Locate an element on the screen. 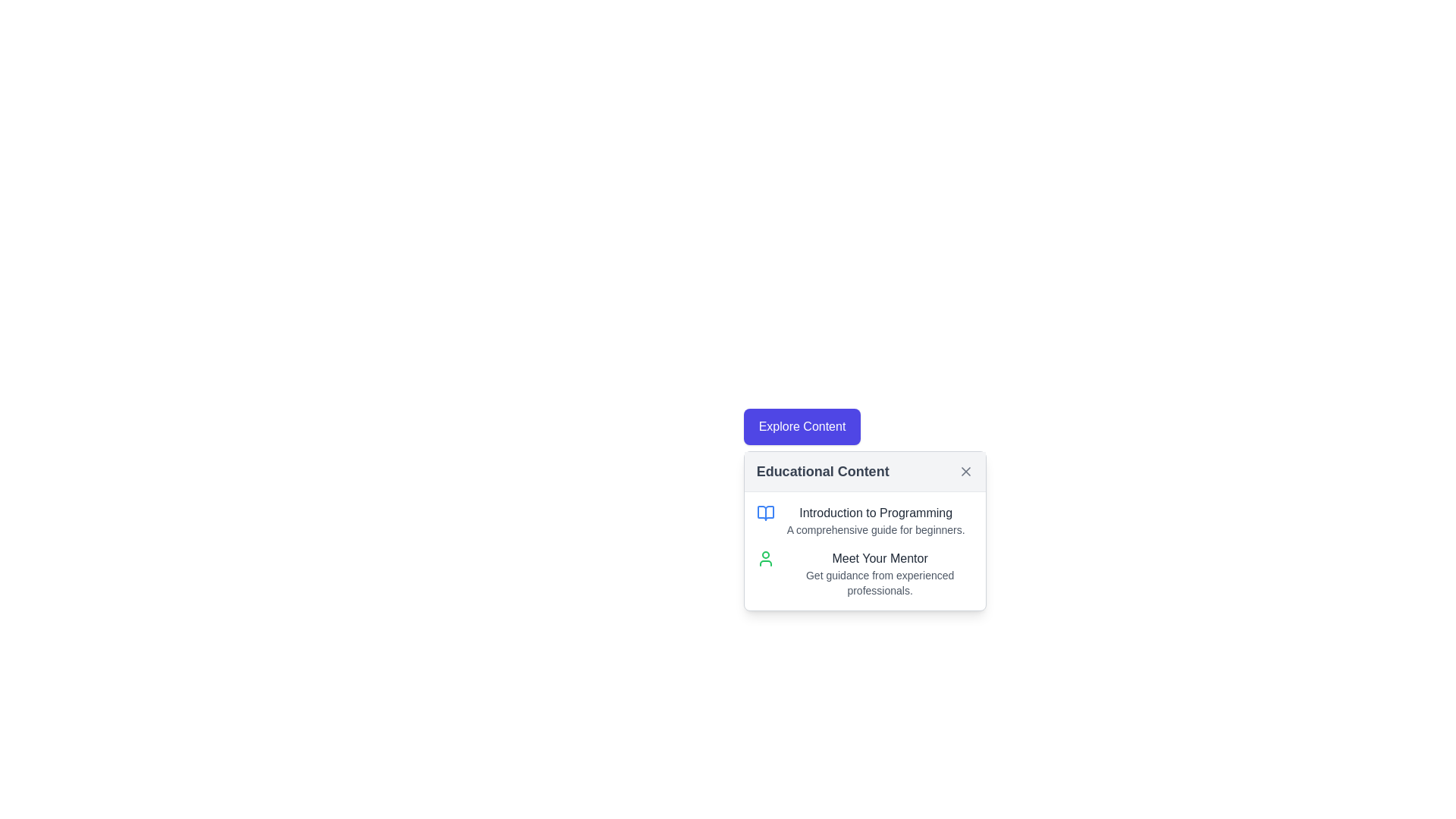  the Text Block containing the title 'Introduction to Programming' and subtitle 'A comprehensive guide for beginners' located within the 'Educational Content' panel is located at coordinates (876, 519).